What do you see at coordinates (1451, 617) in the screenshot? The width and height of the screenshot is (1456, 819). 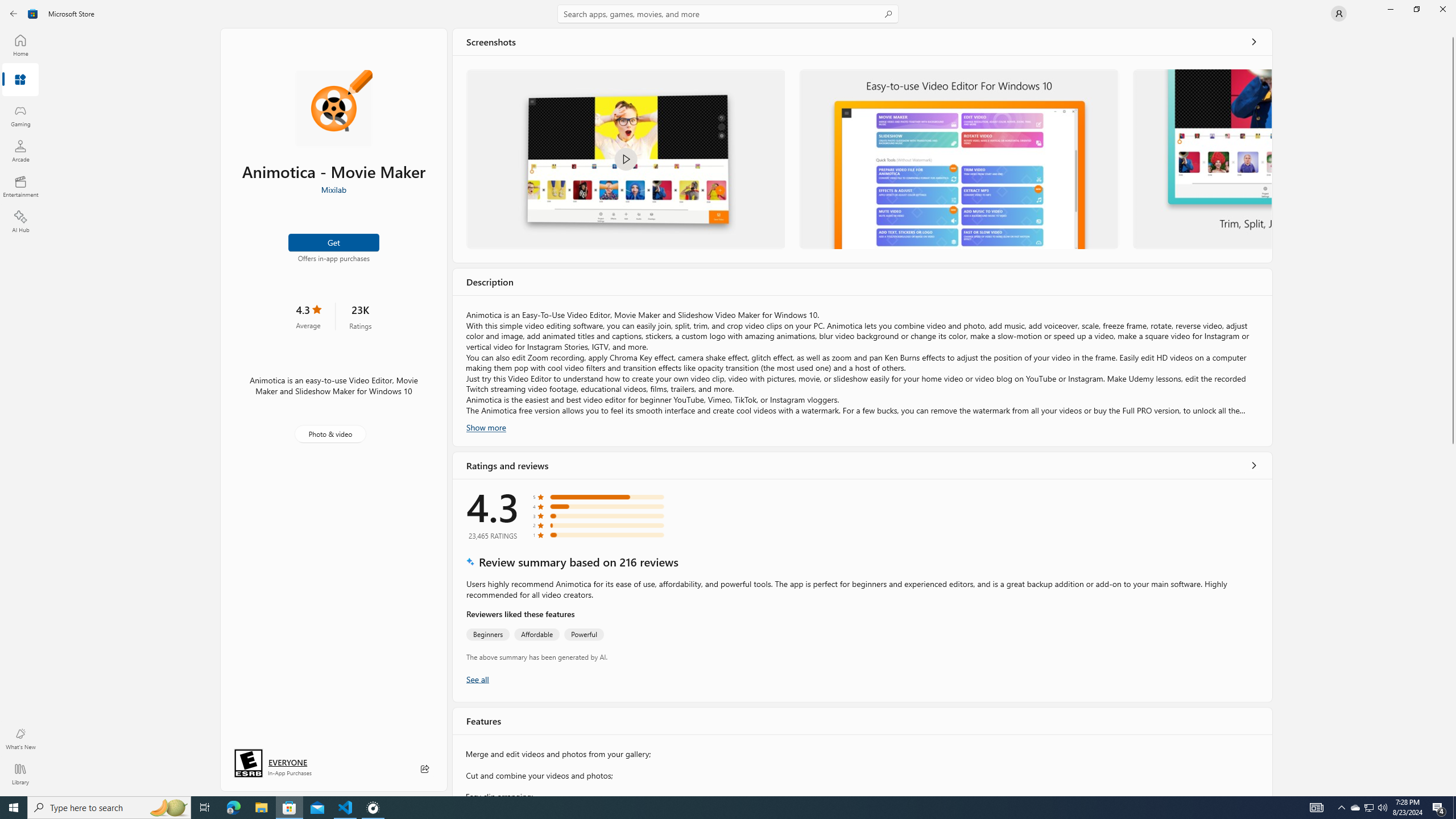 I see `'Vertical Large Increase'` at bounding box center [1451, 617].